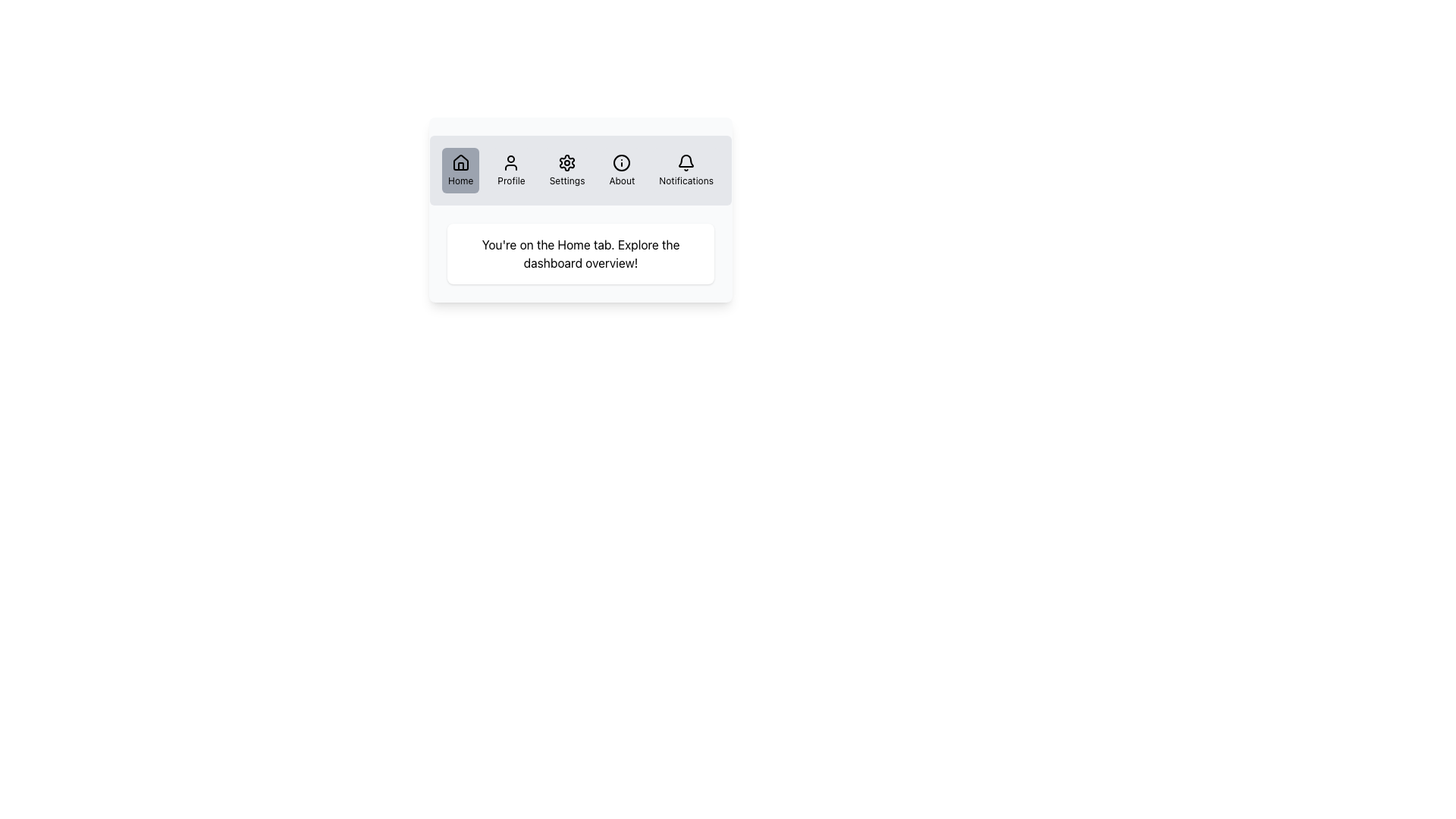 The width and height of the screenshot is (1456, 819). Describe the element at coordinates (686, 170) in the screenshot. I see `the Notifications button located at the far right of the horizontal navigation menu` at that location.